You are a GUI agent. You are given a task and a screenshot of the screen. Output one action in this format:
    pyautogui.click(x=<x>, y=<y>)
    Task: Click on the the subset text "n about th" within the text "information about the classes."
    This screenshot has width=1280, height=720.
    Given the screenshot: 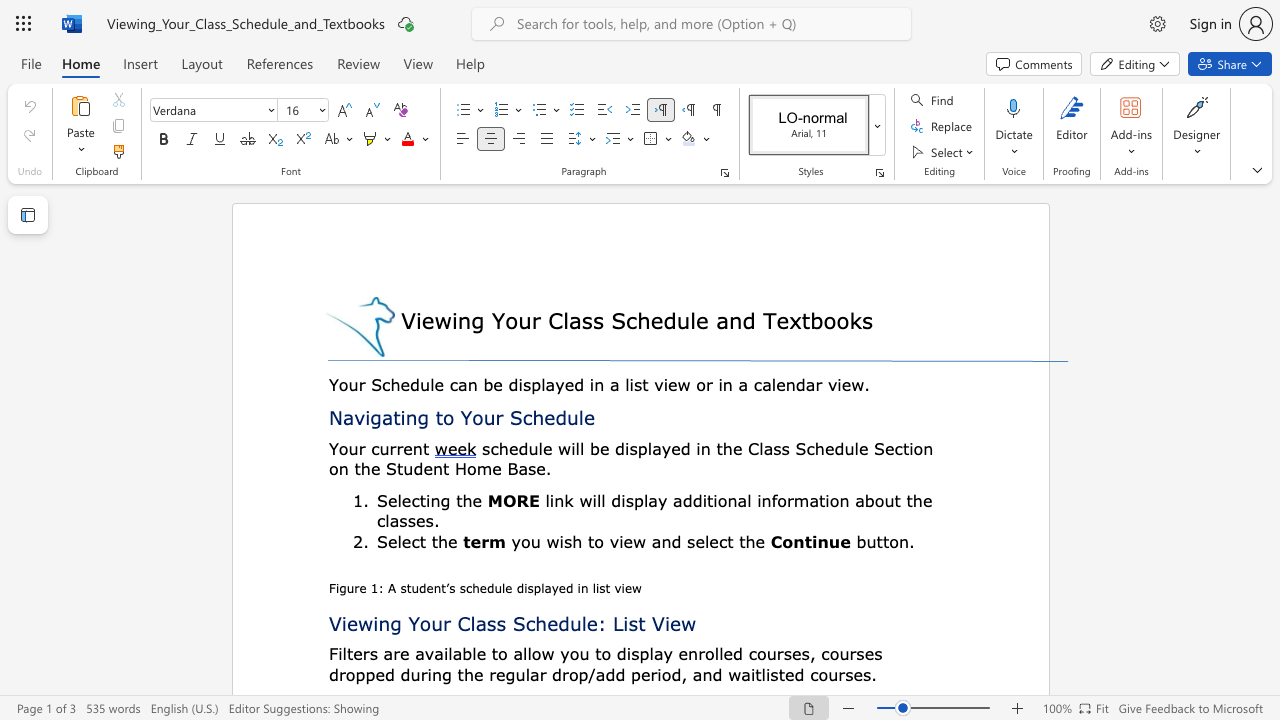 What is the action you would take?
    pyautogui.click(x=839, y=499)
    